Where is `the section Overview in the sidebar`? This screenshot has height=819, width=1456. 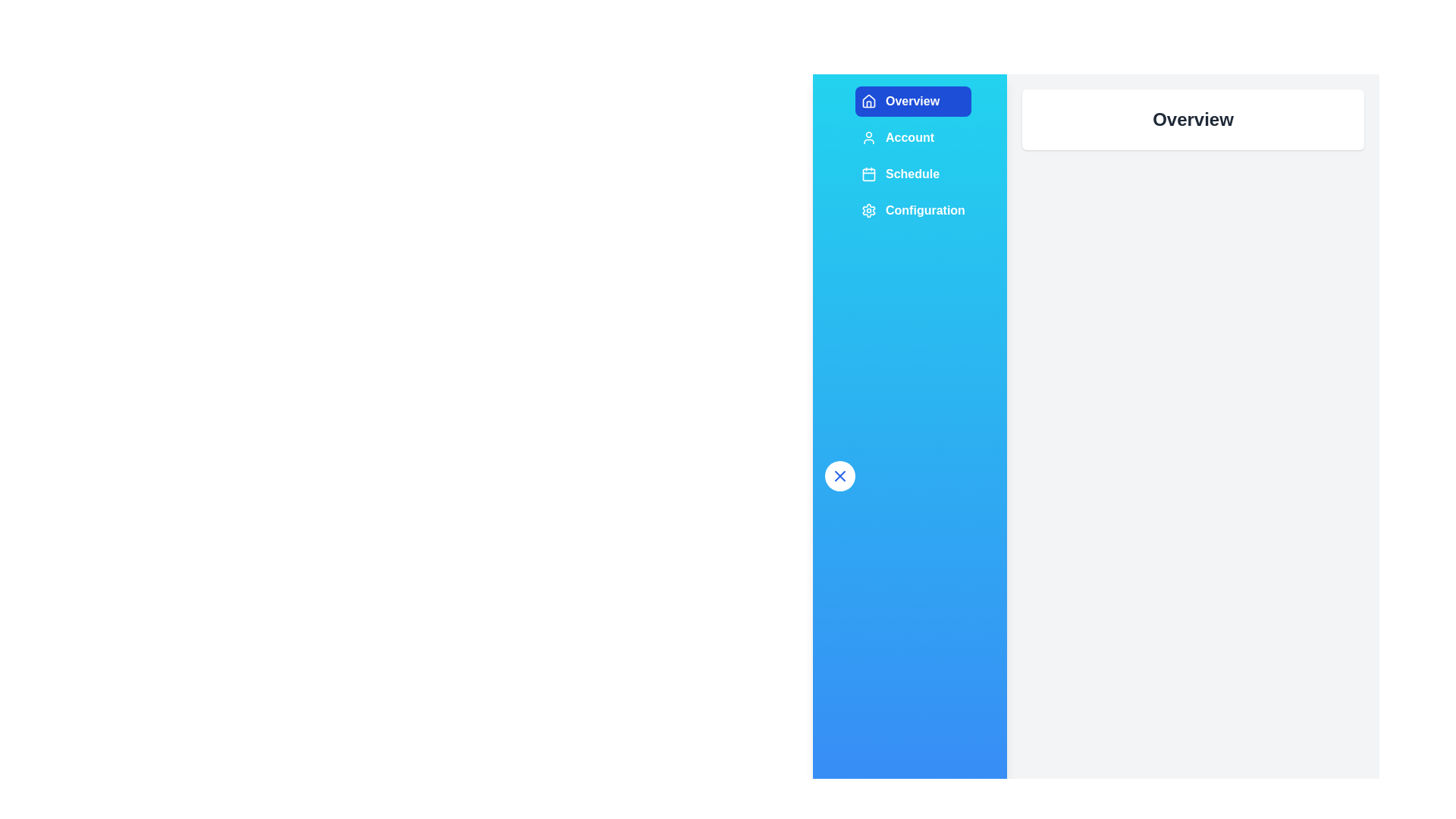 the section Overview in the sidebar is located at coordinates (912, 102).